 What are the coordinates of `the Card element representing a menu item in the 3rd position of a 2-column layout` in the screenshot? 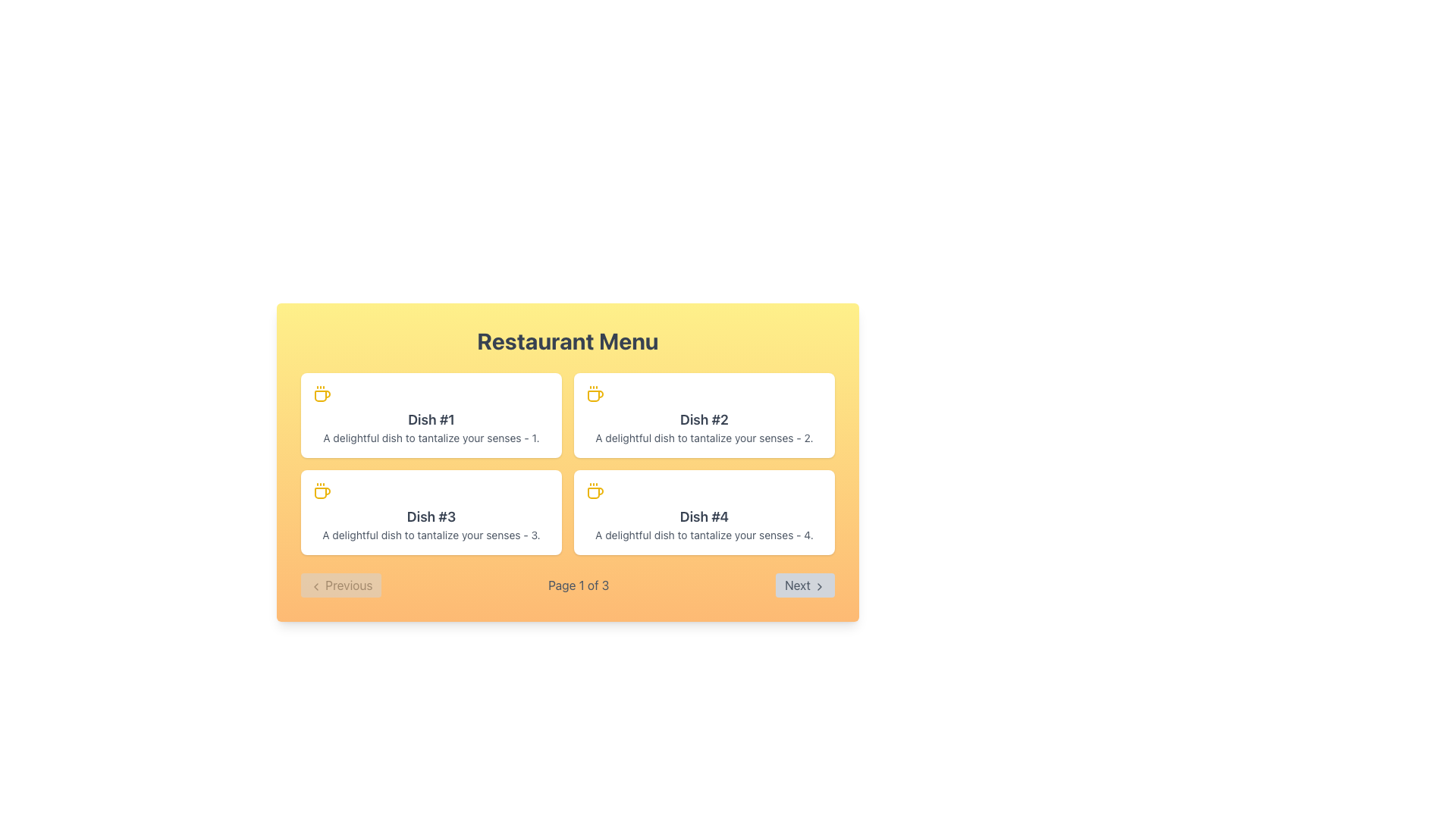 It's located at (431, 512).